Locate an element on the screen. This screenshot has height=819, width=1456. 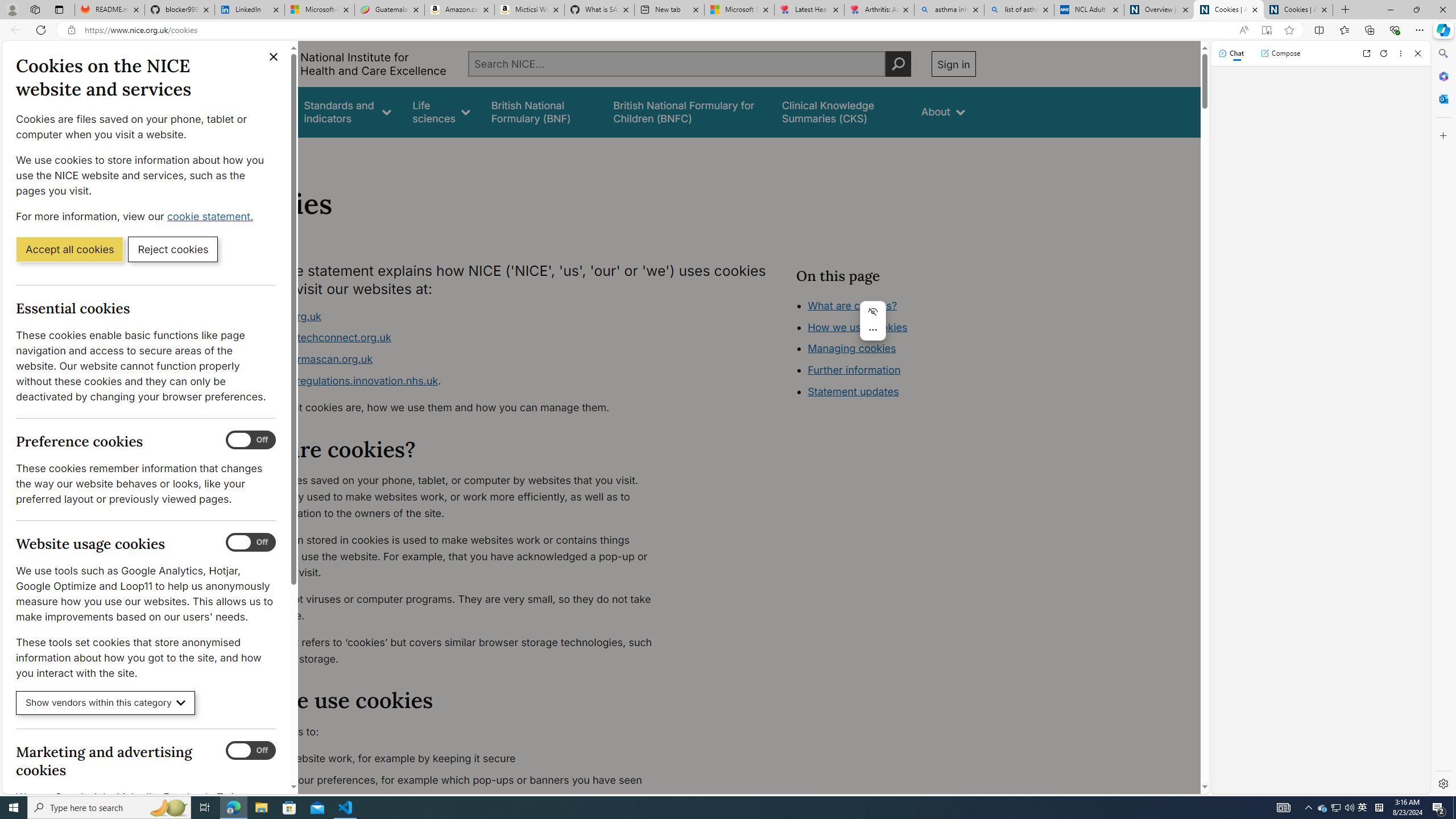
'Class: in-page-nav__list' is located at coordinates (885, 349).